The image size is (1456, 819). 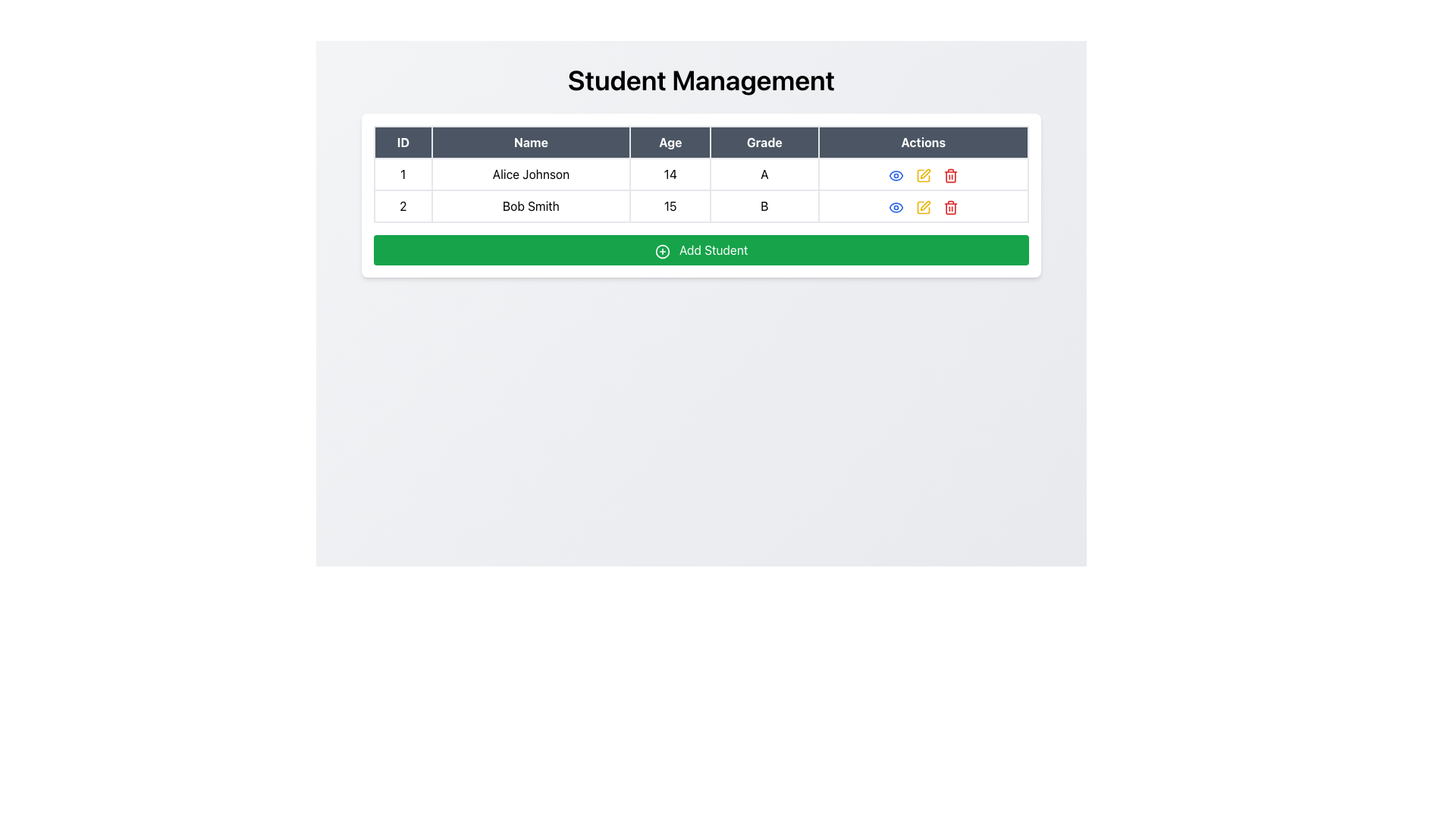 I want to click on the static text element displaying the grade of student 'Bob Smith' located in the fourth column of the second row of the table under the 'Grade' header, so click(x=764, y=206).